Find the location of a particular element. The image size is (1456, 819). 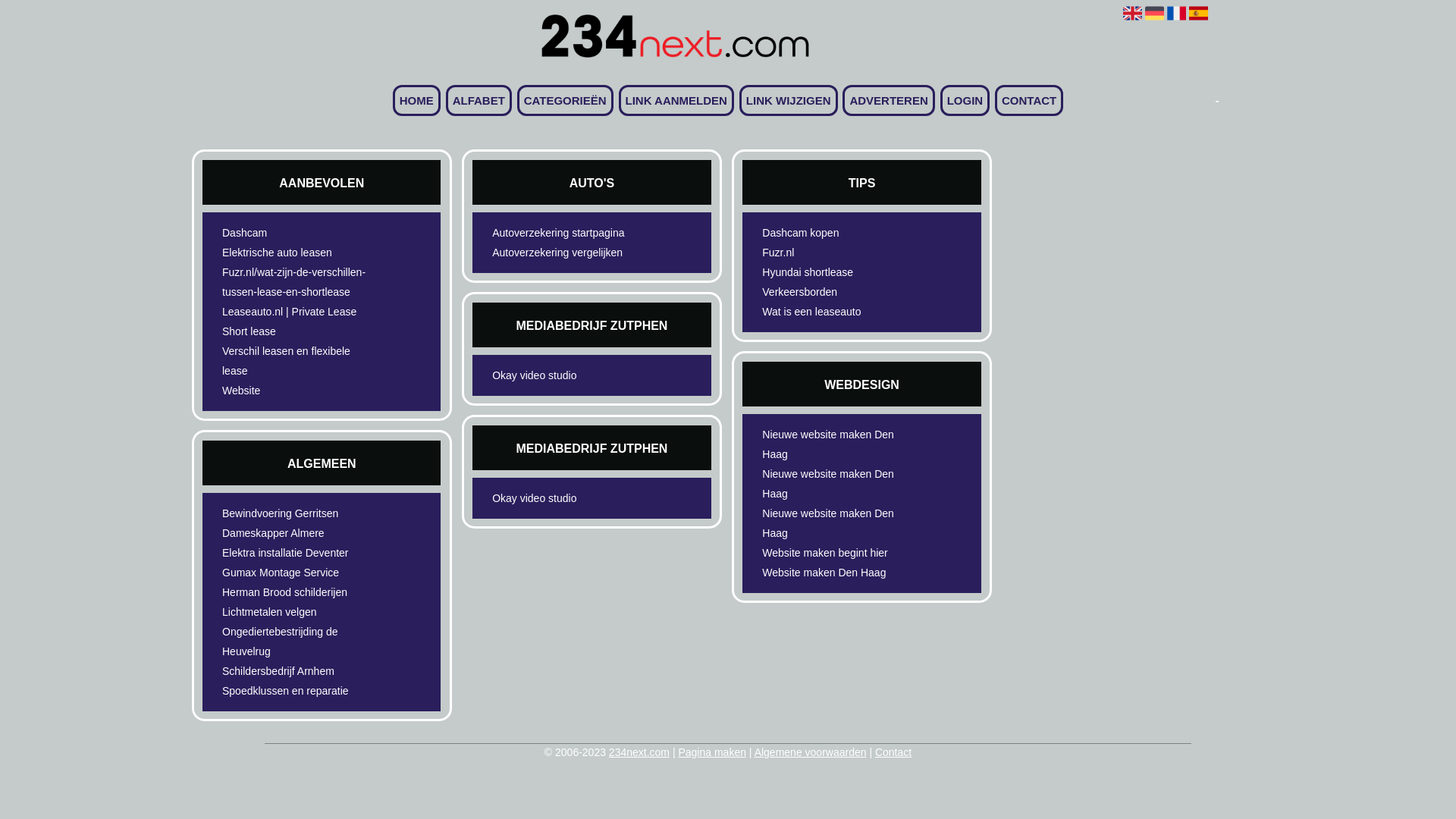

'CONTACT' is located at coordinates (1029, 100).